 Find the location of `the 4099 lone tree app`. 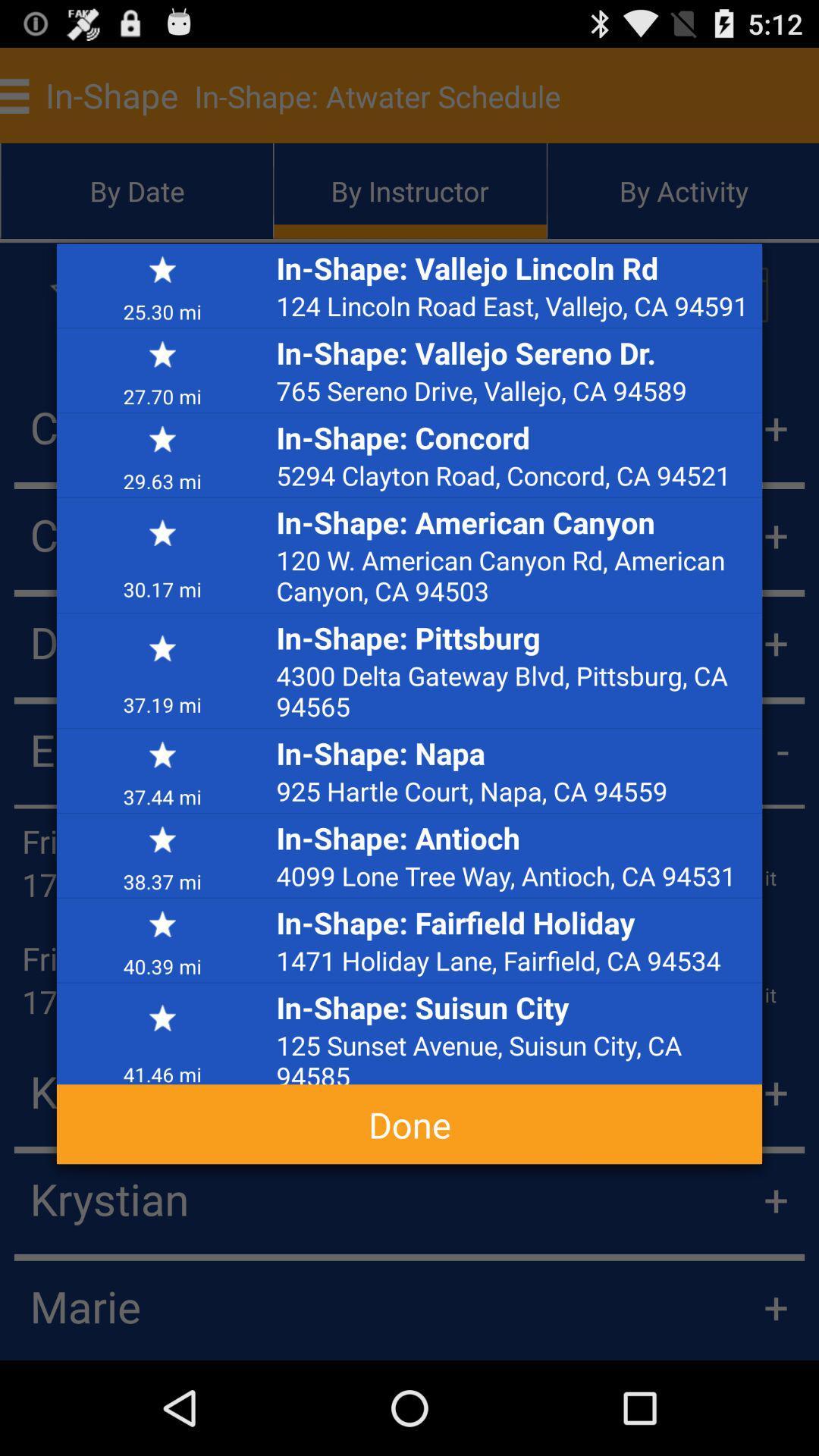

the 4099 lone tree app is located at coordinates (514, 876).